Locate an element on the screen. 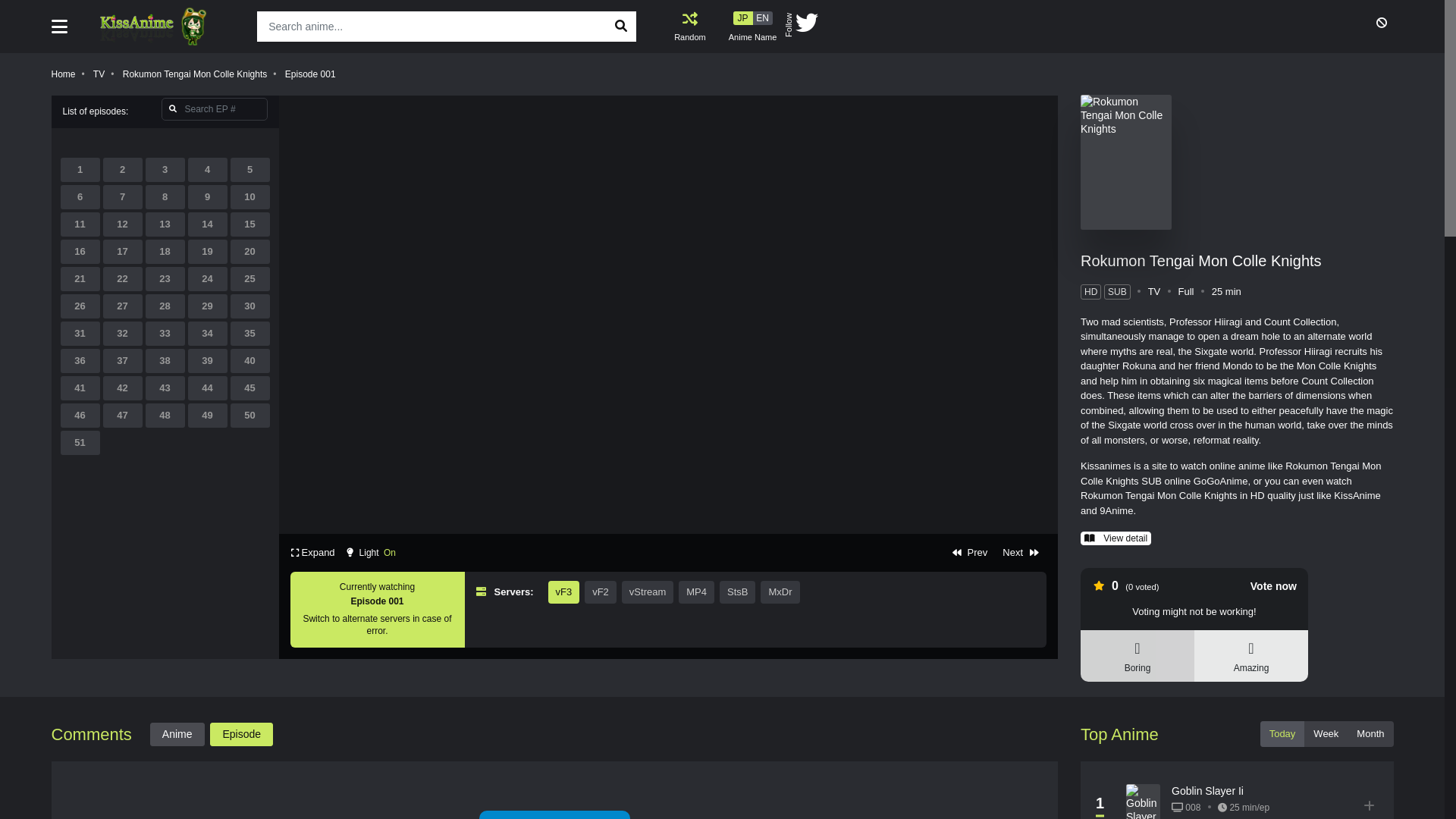 This screenshot has height=819, width=1456. '21' is located at coordinates (79, 278).